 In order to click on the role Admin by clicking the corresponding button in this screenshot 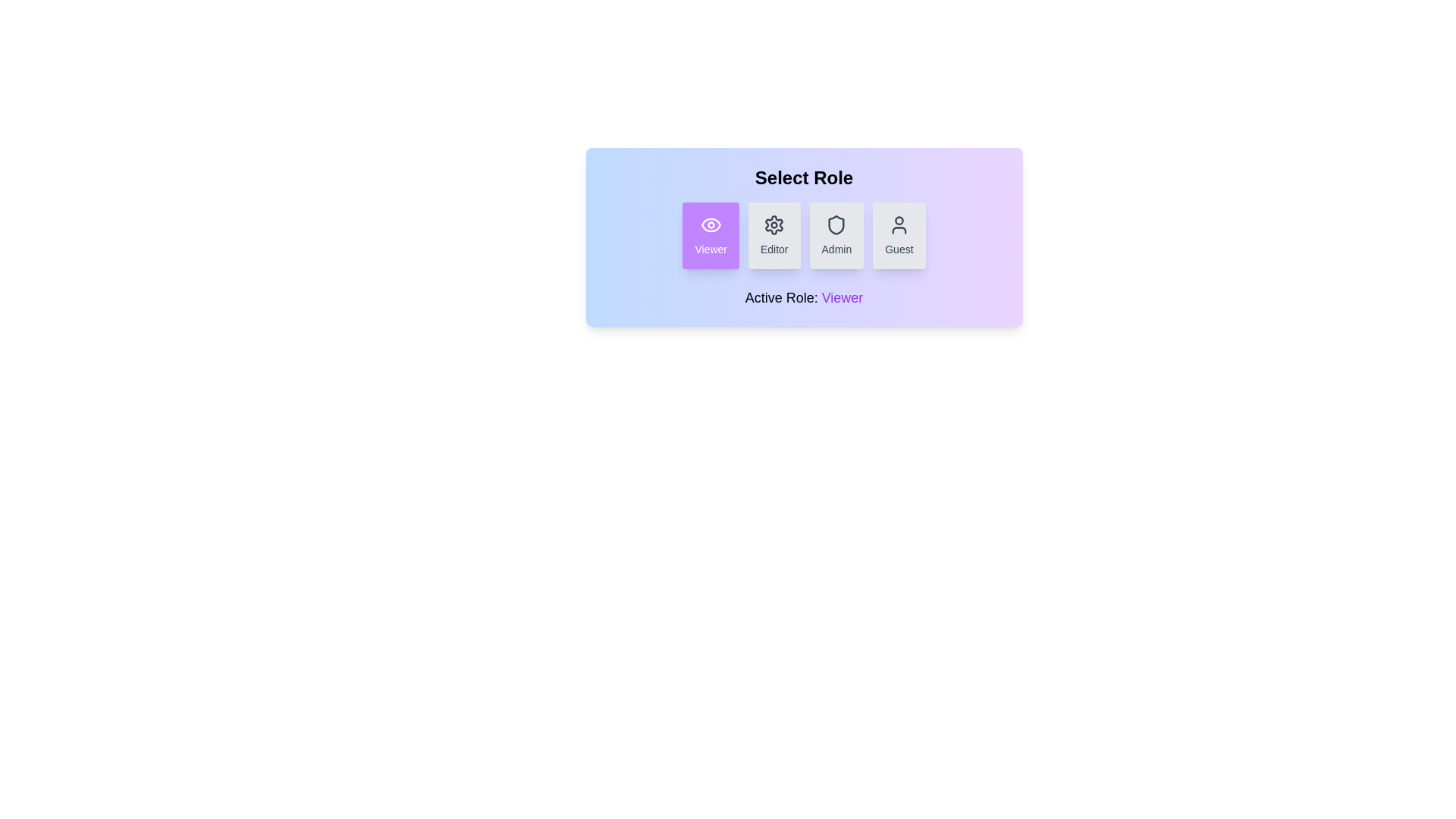, I will do `click(836, 236)`.